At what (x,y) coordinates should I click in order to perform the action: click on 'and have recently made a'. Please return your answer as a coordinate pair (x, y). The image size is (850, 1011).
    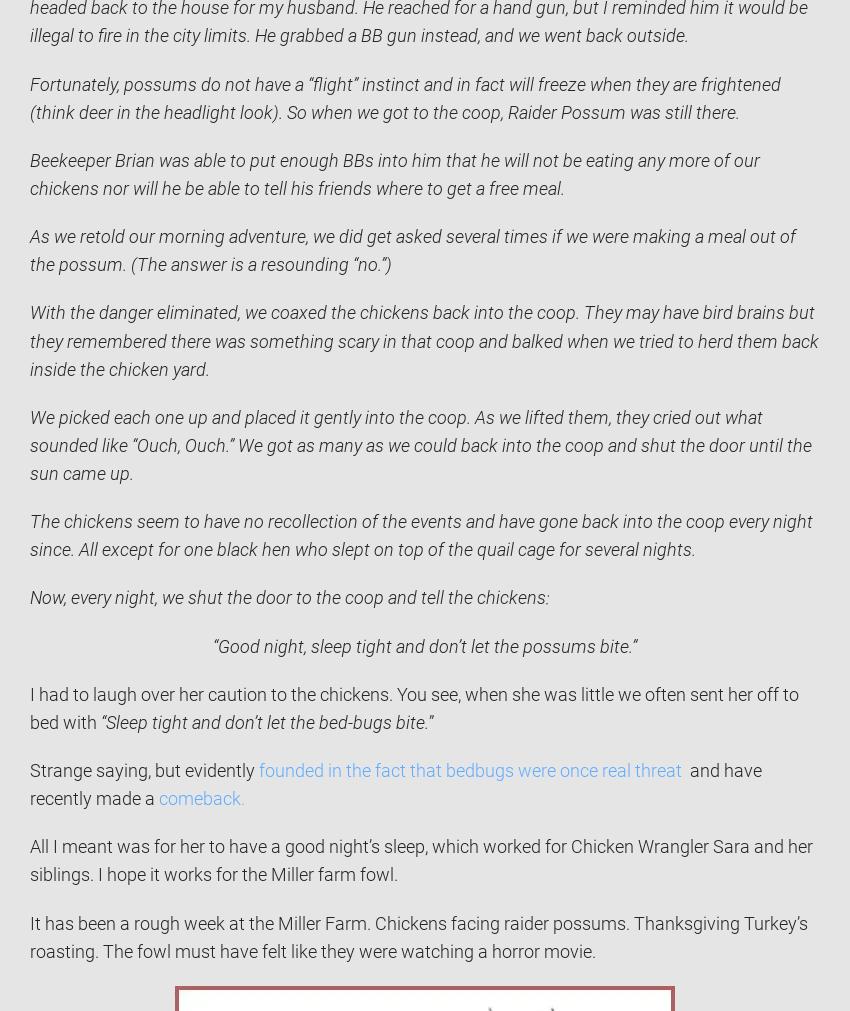
    Looking at the image, I should click on (396, 784).